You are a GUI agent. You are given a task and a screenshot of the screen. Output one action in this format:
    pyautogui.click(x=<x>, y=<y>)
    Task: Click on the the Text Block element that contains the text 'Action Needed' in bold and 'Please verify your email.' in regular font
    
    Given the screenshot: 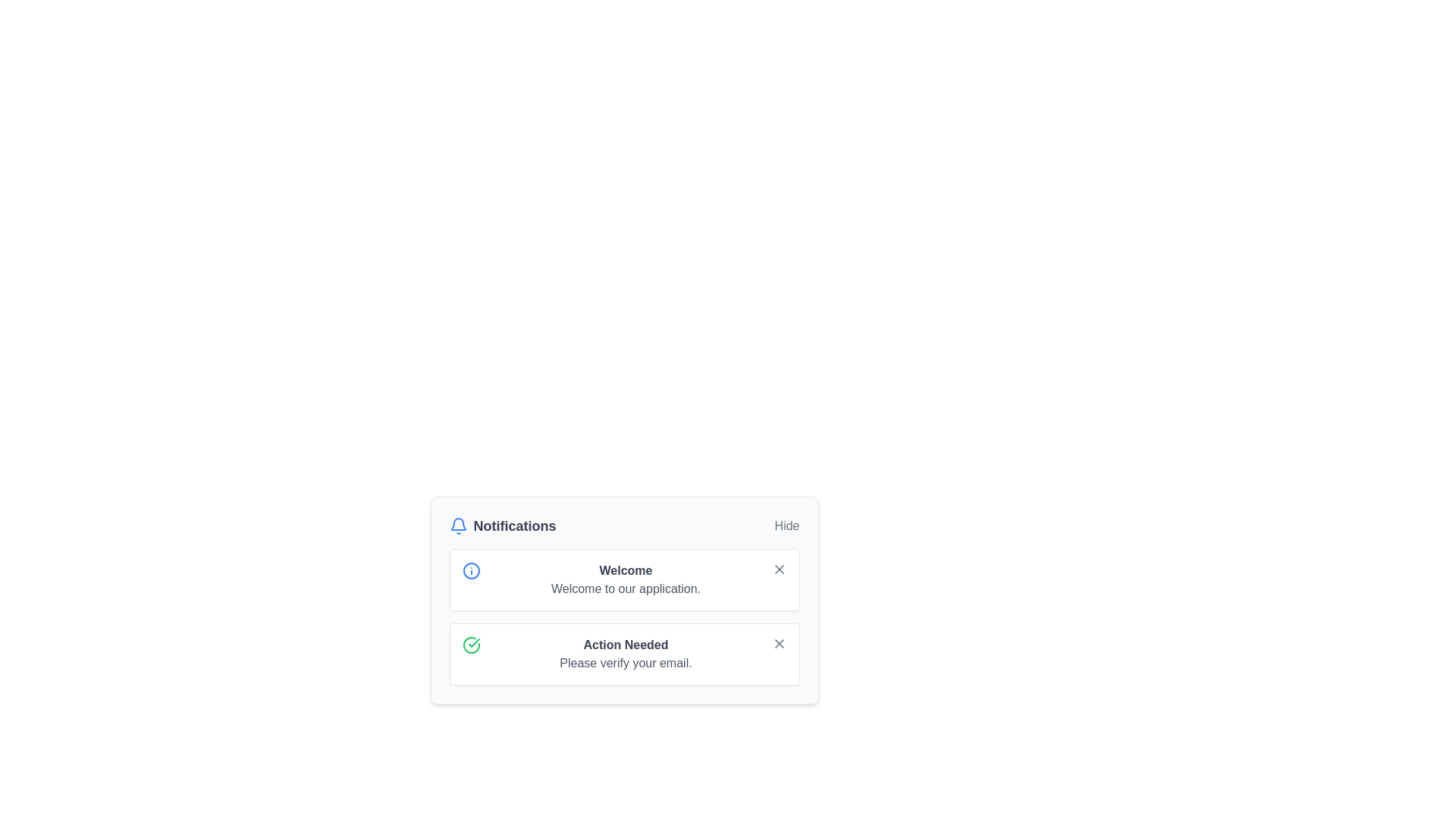 What is the action you would take?
    pyautogui.click(x=626, y=654)
    